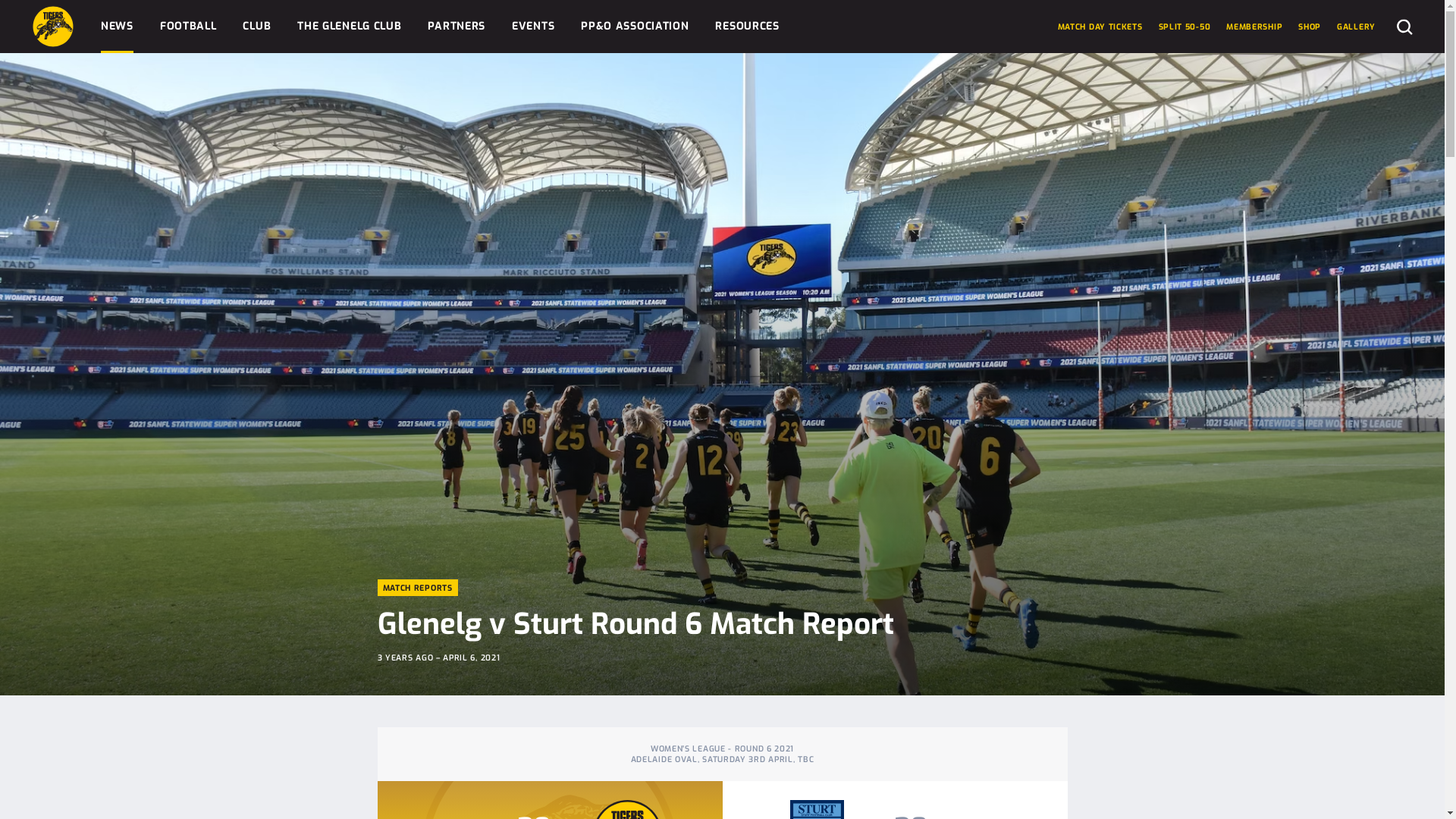  What do you see at coordinates (746, 26) in the screenshot?
I see `'RESOURCES'` at bounding box center [746, 26].